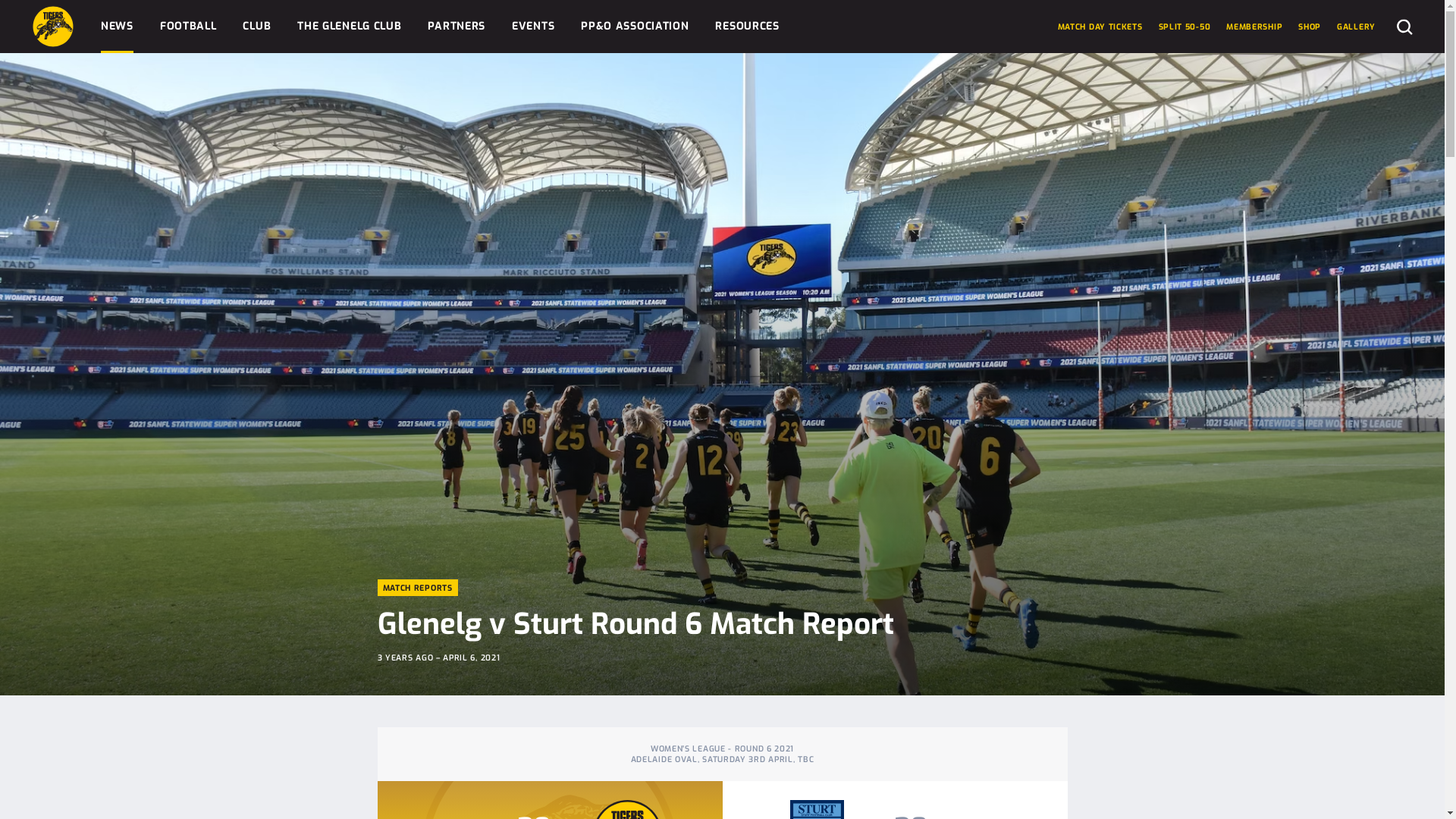  What do you see at coordinates (746, 26) in the screenshot?
I see `'RESOURCES'` at bounding box center [746, 26].